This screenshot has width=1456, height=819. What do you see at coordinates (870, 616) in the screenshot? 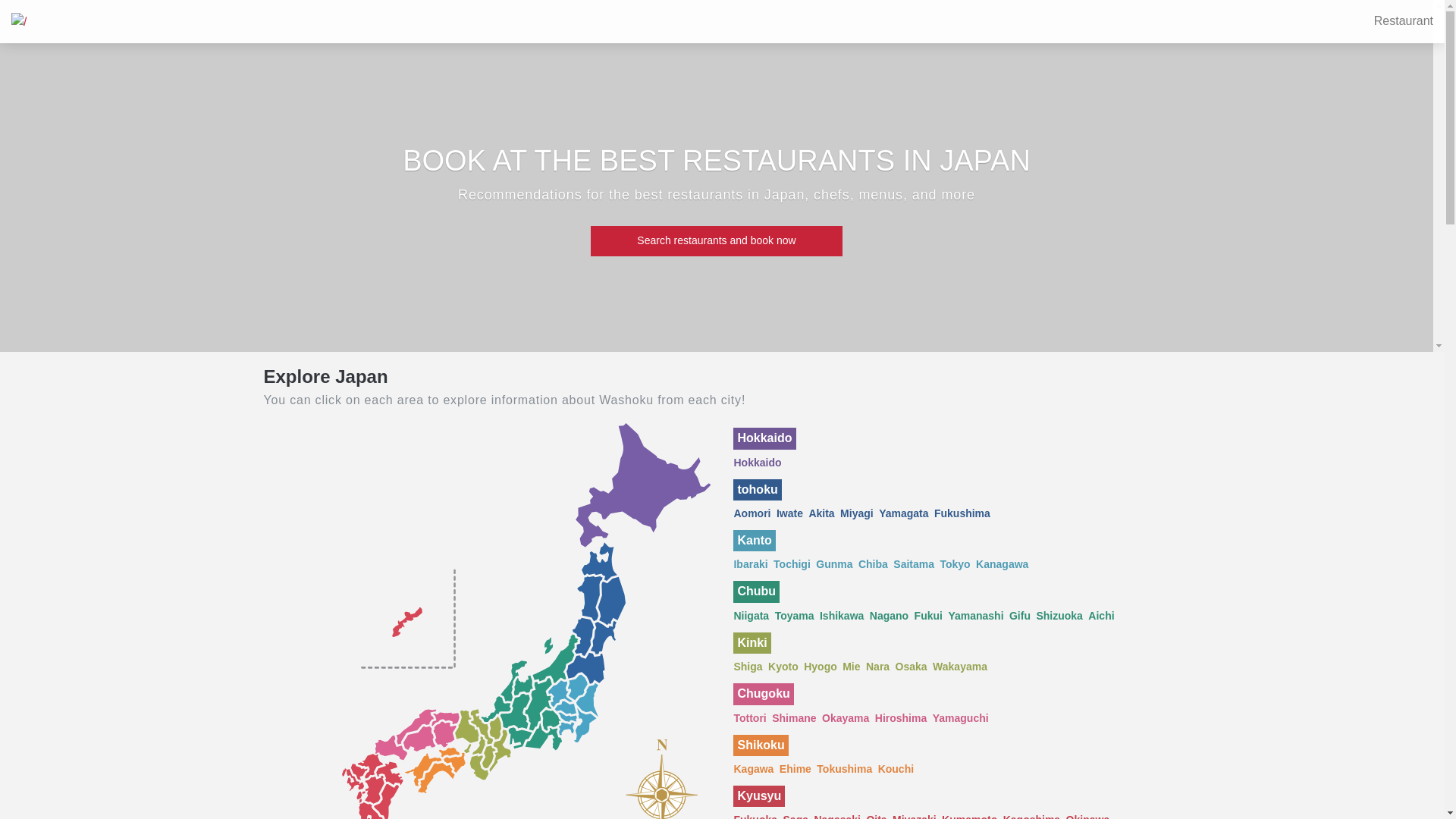
I see `'Nagano'` at bounding box center [870, 616].